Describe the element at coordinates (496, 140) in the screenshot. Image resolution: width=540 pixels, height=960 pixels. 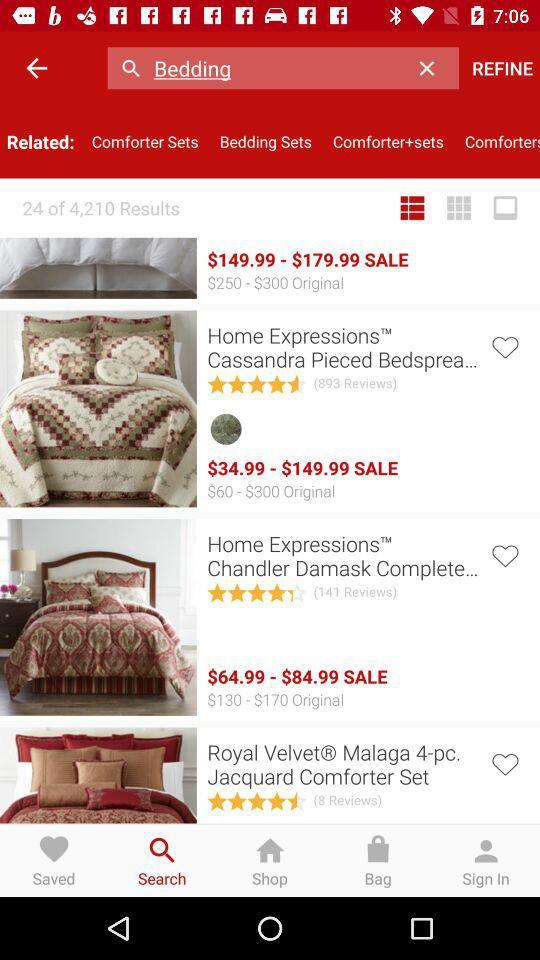
I see `icon to the right of comforter+sets icon` at that location.